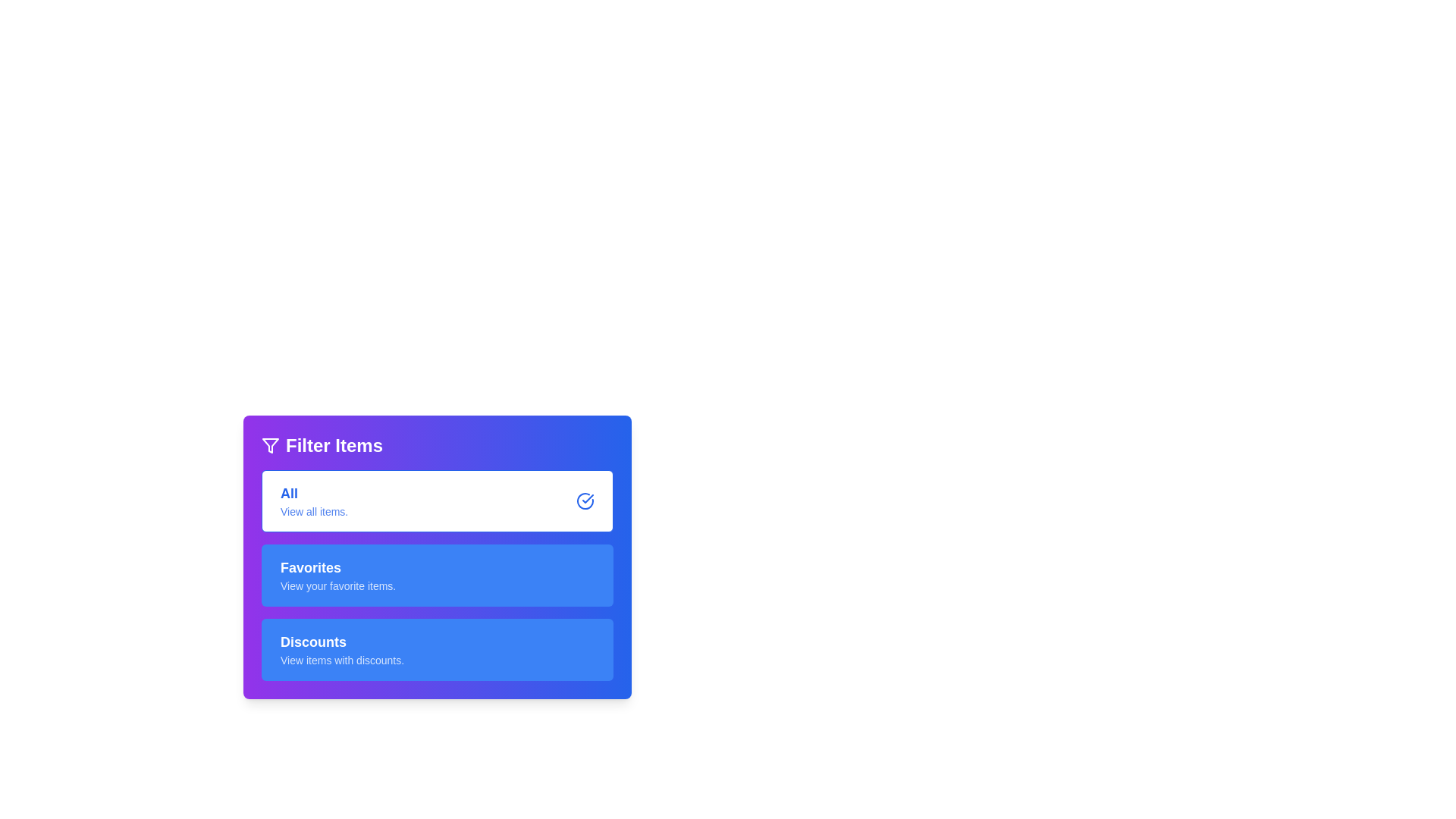 Image resolution: width=1456 pixels, height=819 pixels. Describe the element at coordinates (436, 576) in the screenshot. I see `the blue rectangular button labeled 'Favorites' to trigger a visual effect` at that location.